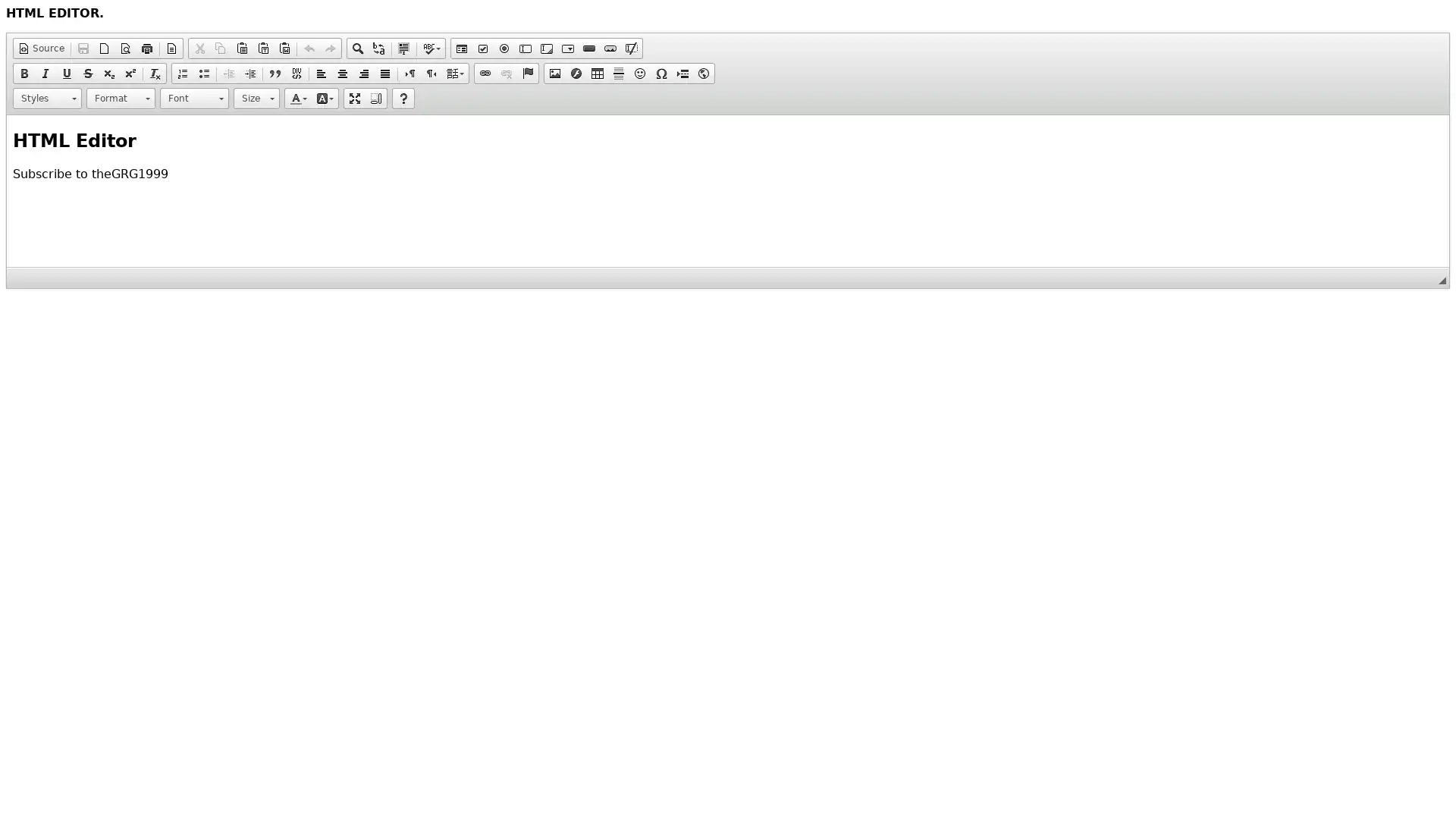  I want to click on Cut, so click(199, 48).